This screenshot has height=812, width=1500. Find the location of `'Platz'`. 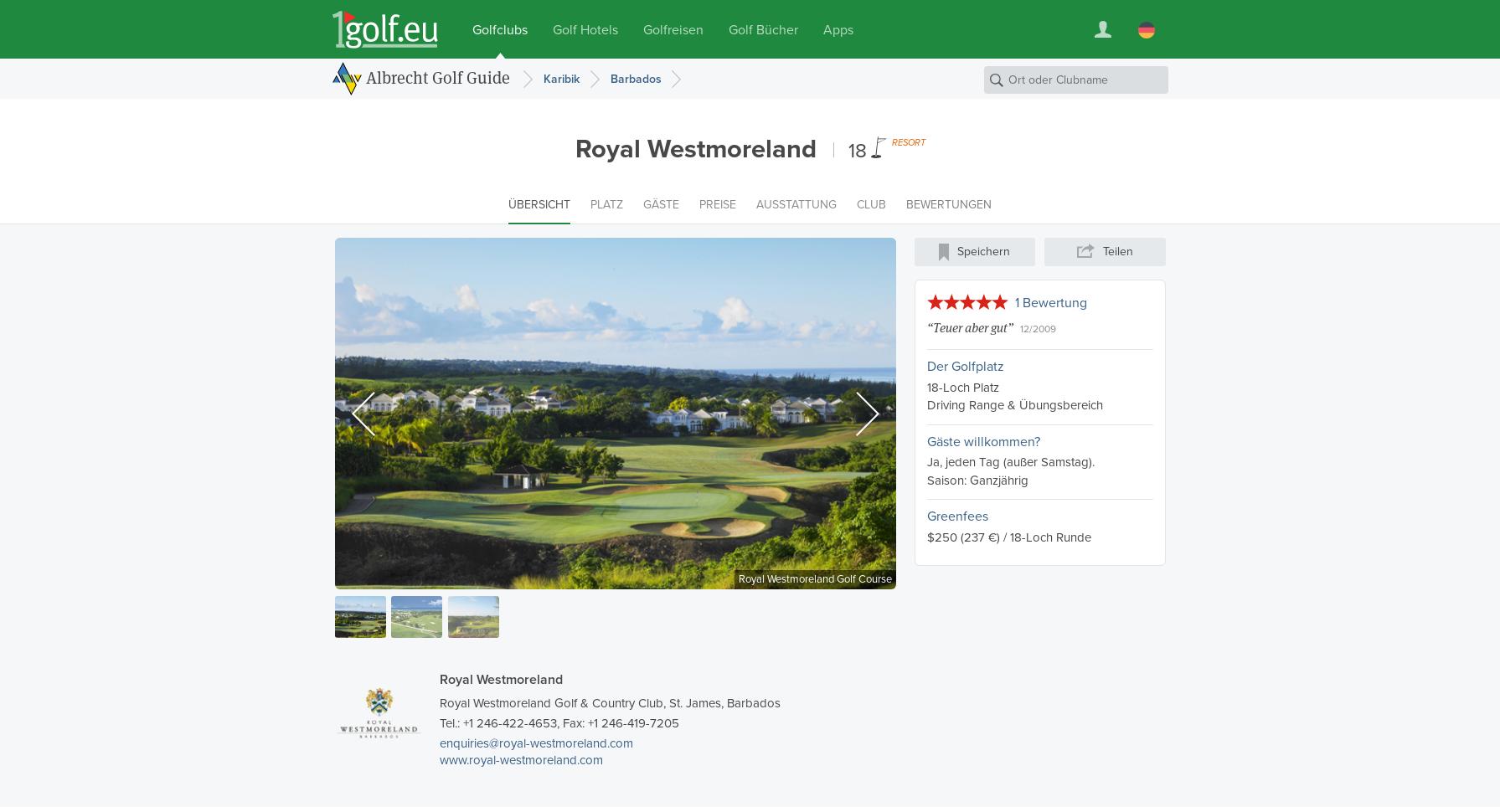

'Platz' is located at coordinates (606, 203).